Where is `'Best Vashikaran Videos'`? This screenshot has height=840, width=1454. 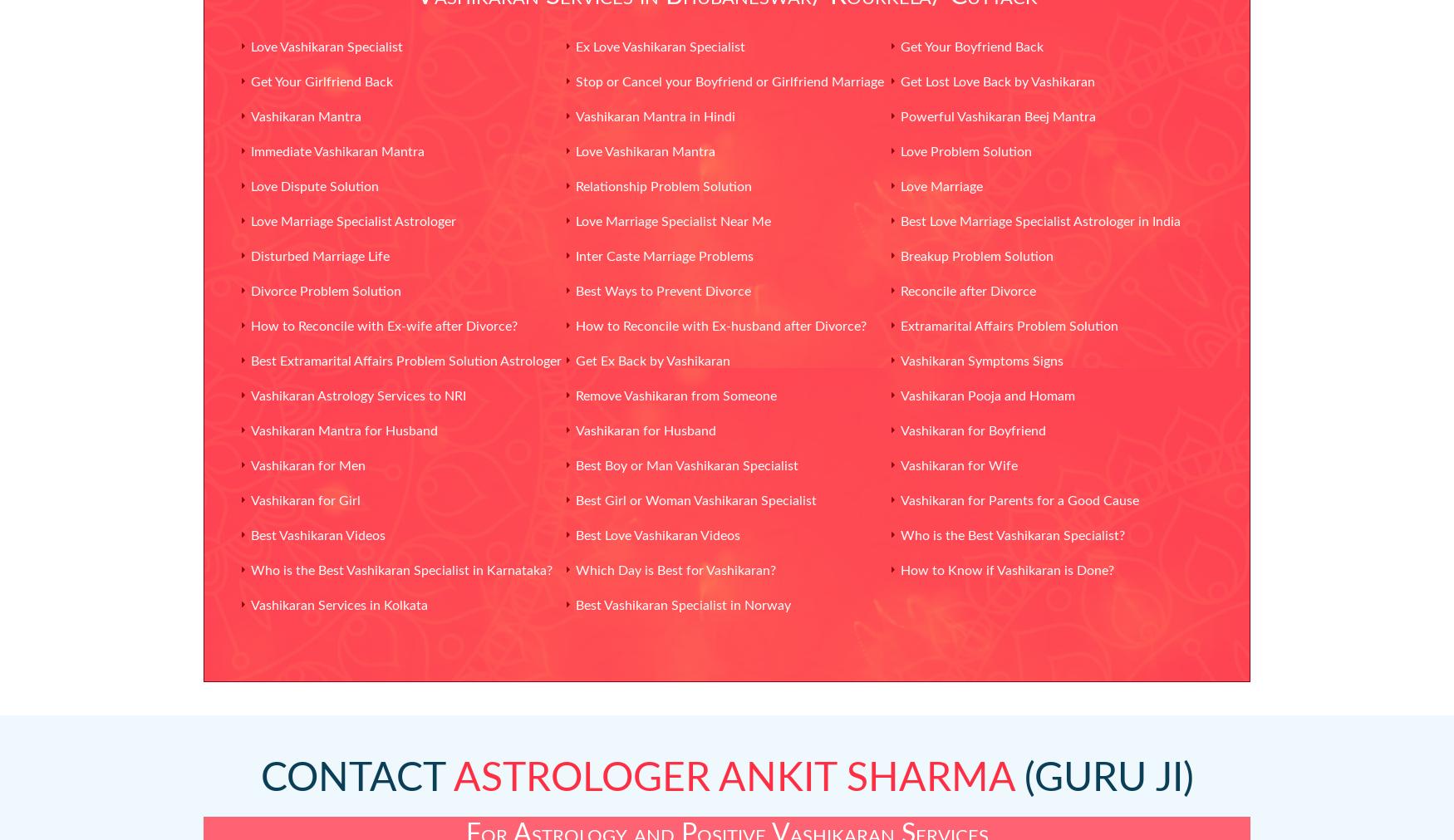
'Best Vashikaran Videos' is located at coordinates (317, 536).